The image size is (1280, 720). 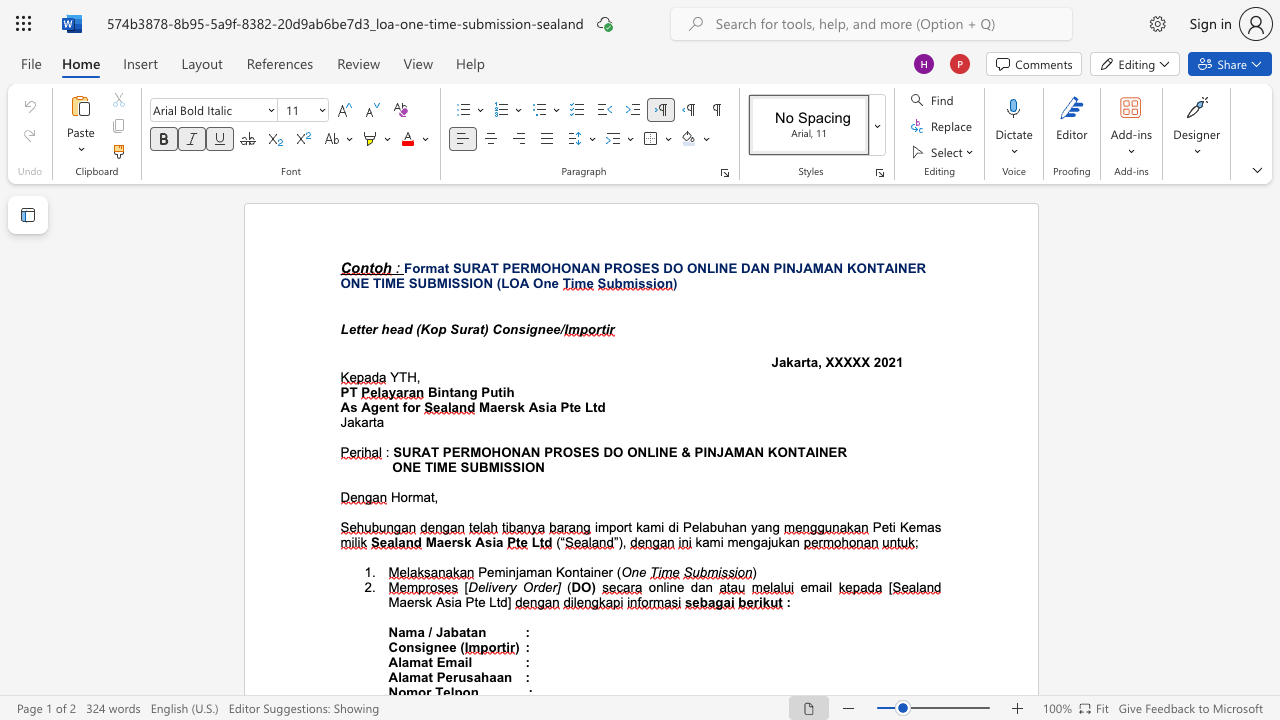 I want to click on the subset text "usahaan" within the text "Alamat Perusahaan", so click(x=457, y=676).